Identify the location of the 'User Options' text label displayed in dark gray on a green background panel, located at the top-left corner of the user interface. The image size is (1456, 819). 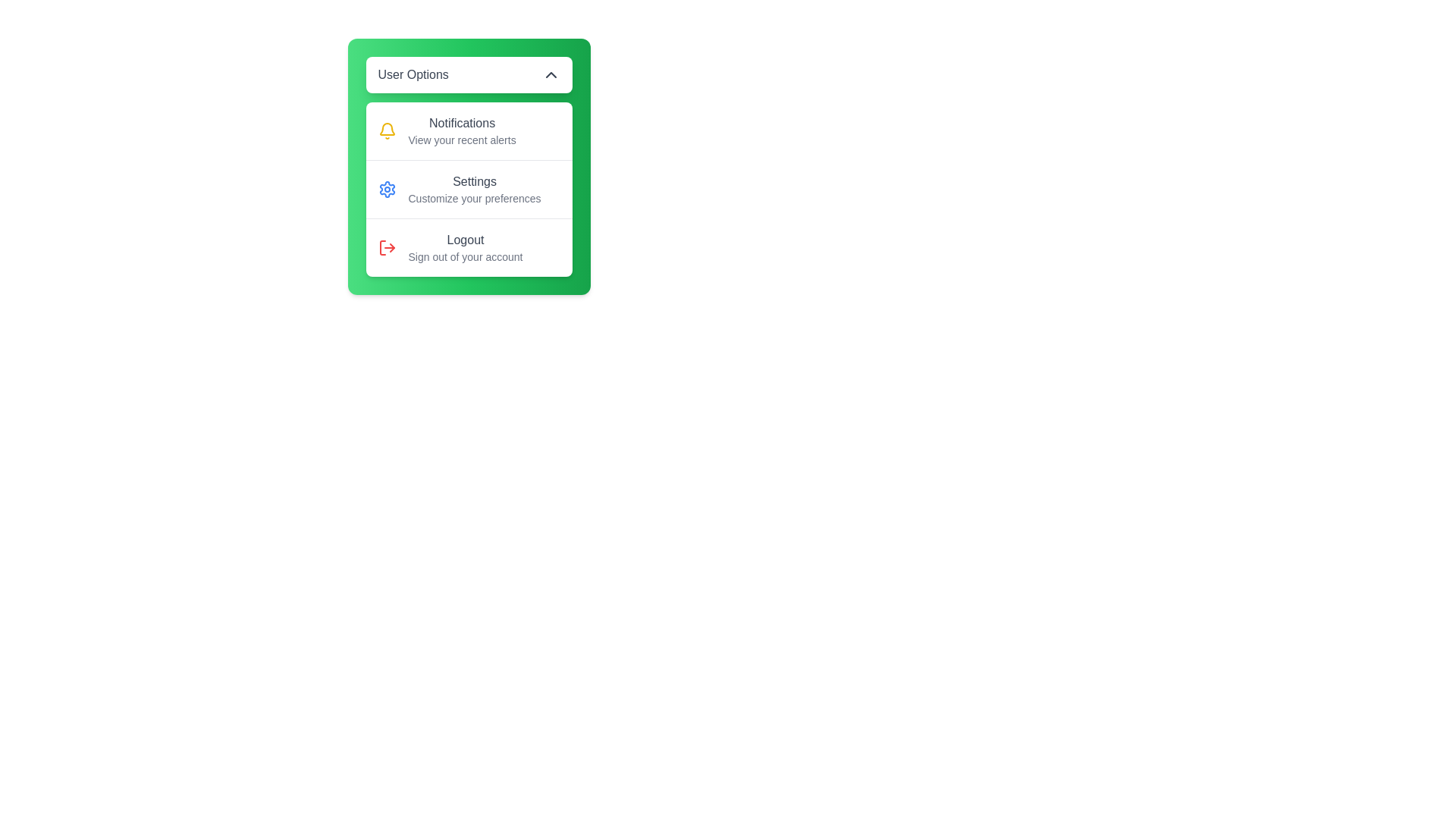
(413, 75).